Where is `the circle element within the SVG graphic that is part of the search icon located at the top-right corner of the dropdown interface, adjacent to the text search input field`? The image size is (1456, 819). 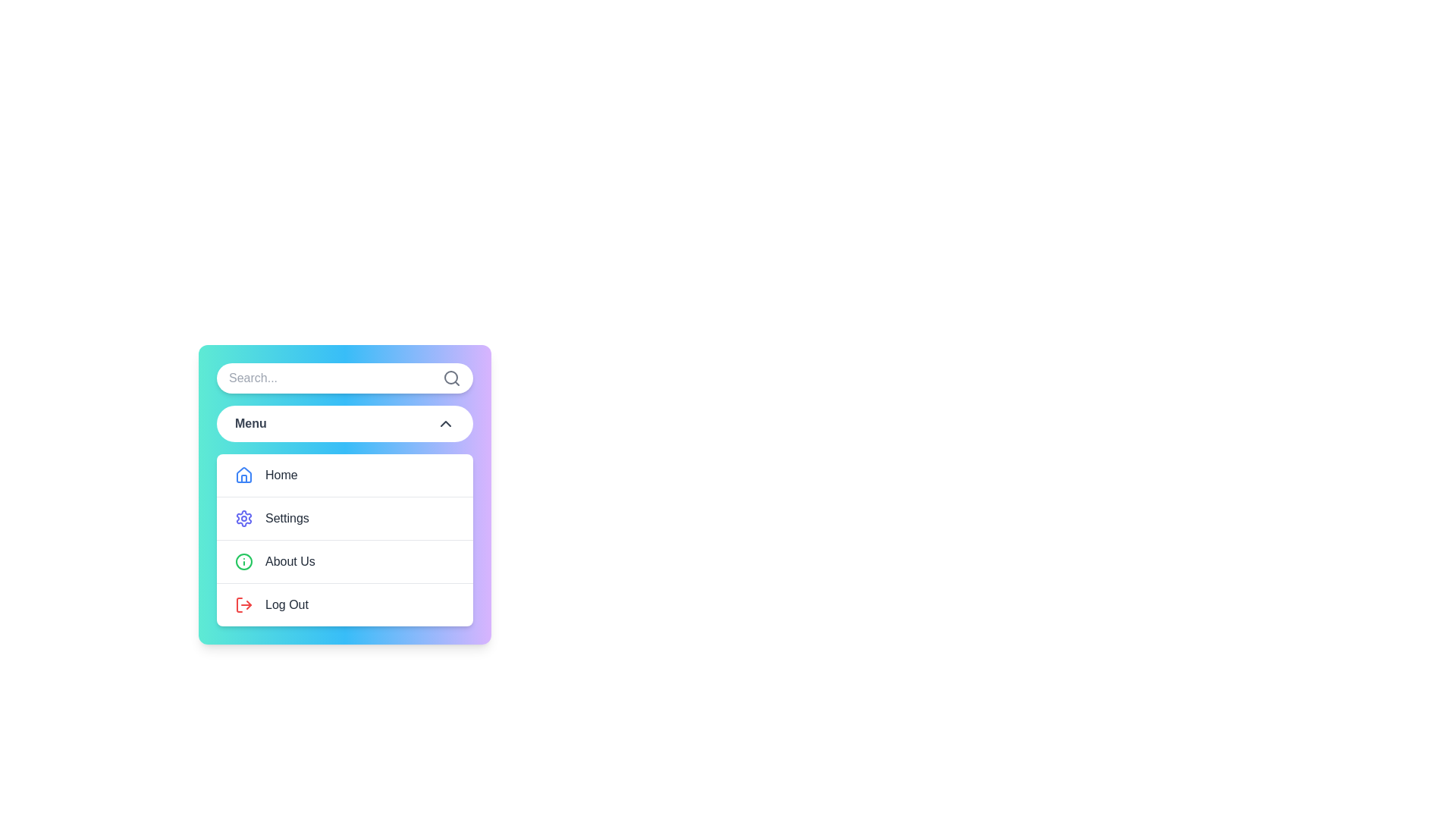 the circle element within the SVG graphic that is part of the search icon located at the top-right corner of the dropdown interface, adjacent to the text search input field is located at coordinates (450, 376).